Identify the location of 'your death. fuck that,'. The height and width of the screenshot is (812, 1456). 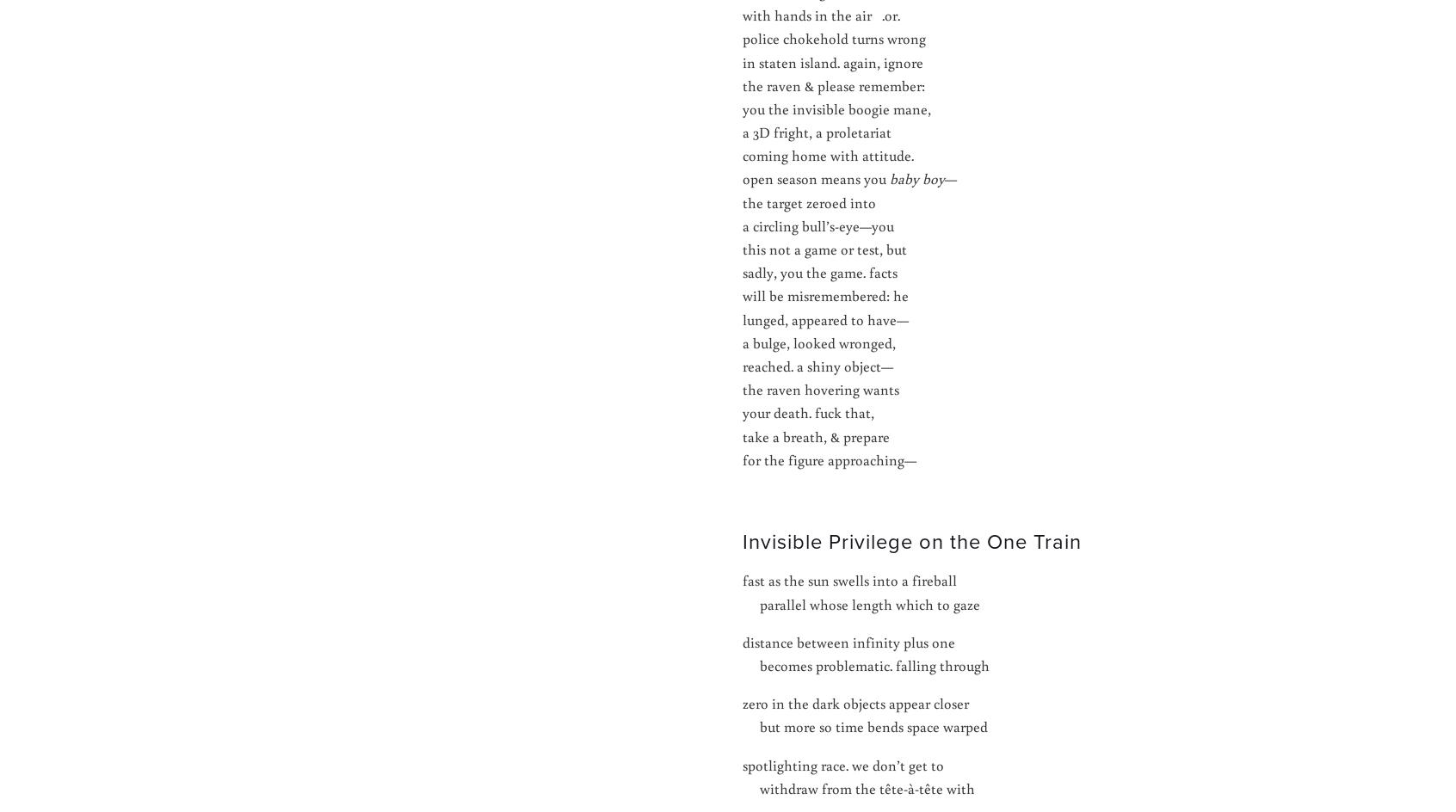
(808, 412).